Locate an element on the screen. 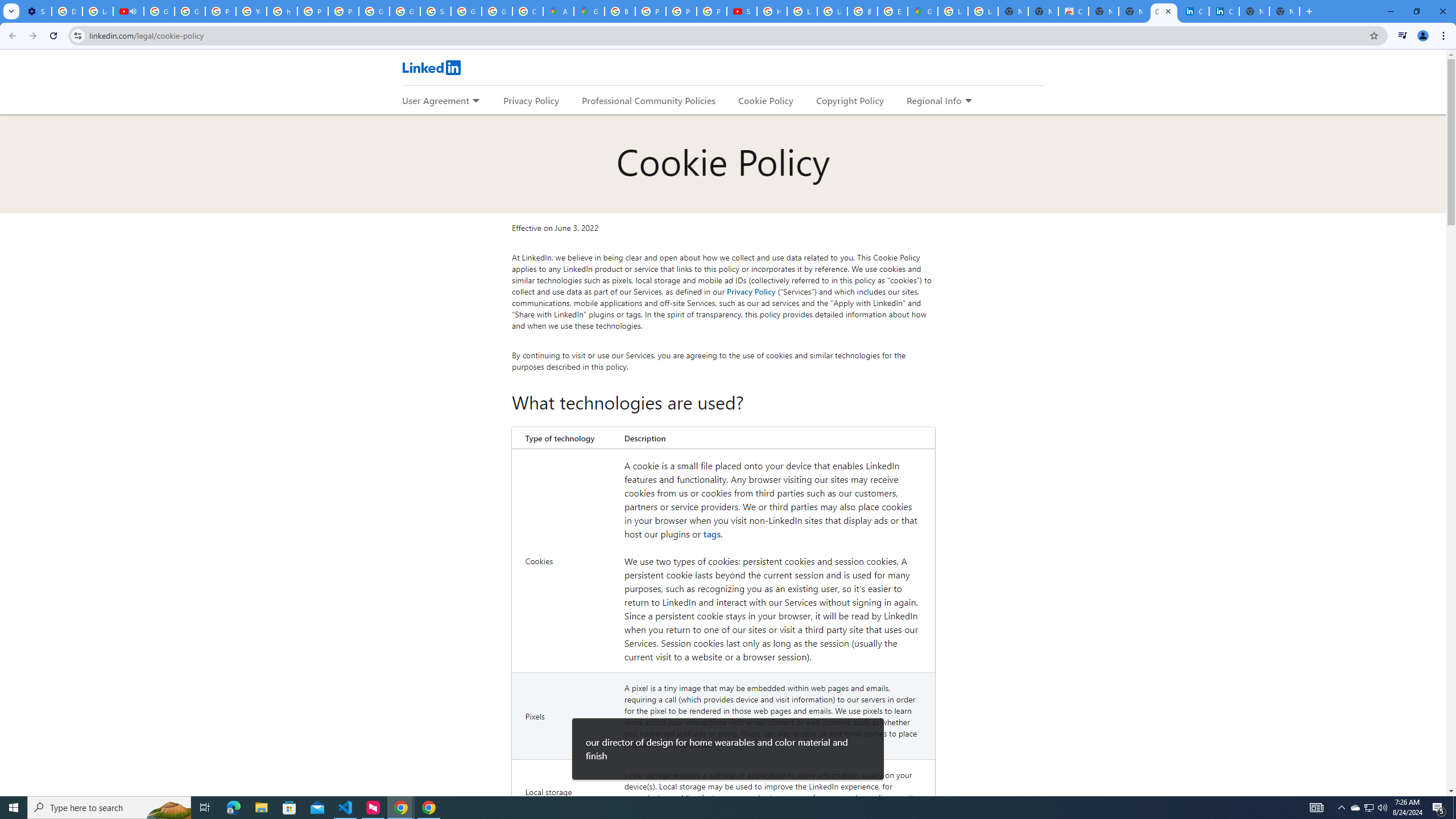  'Cookie Policy | LinkedIn' is located at coordinates (1194, 11).